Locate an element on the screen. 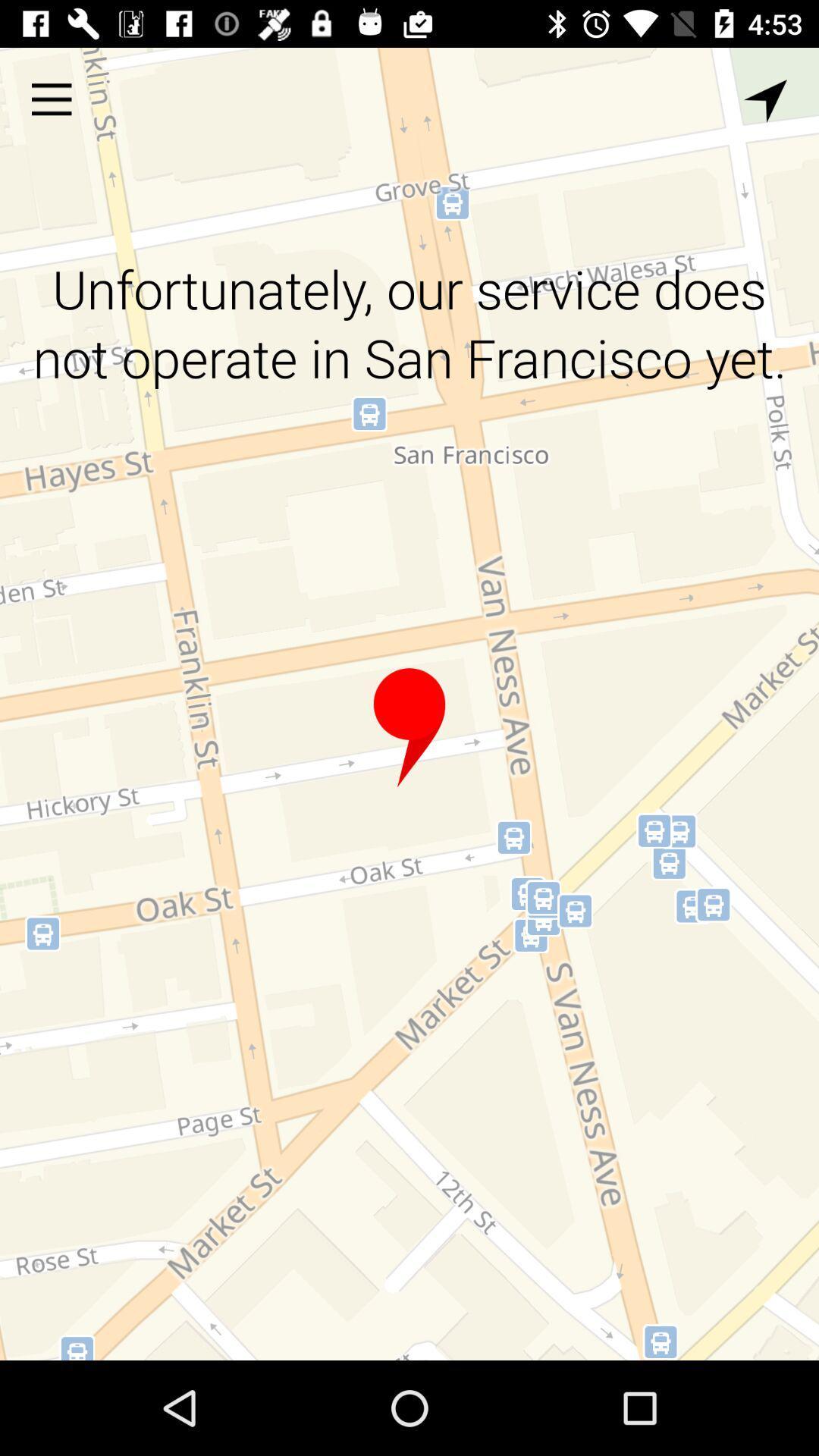 The width and height of the screenshot is (819, 1456). icon above unfortunately our service is located at coordinates (765, 100).